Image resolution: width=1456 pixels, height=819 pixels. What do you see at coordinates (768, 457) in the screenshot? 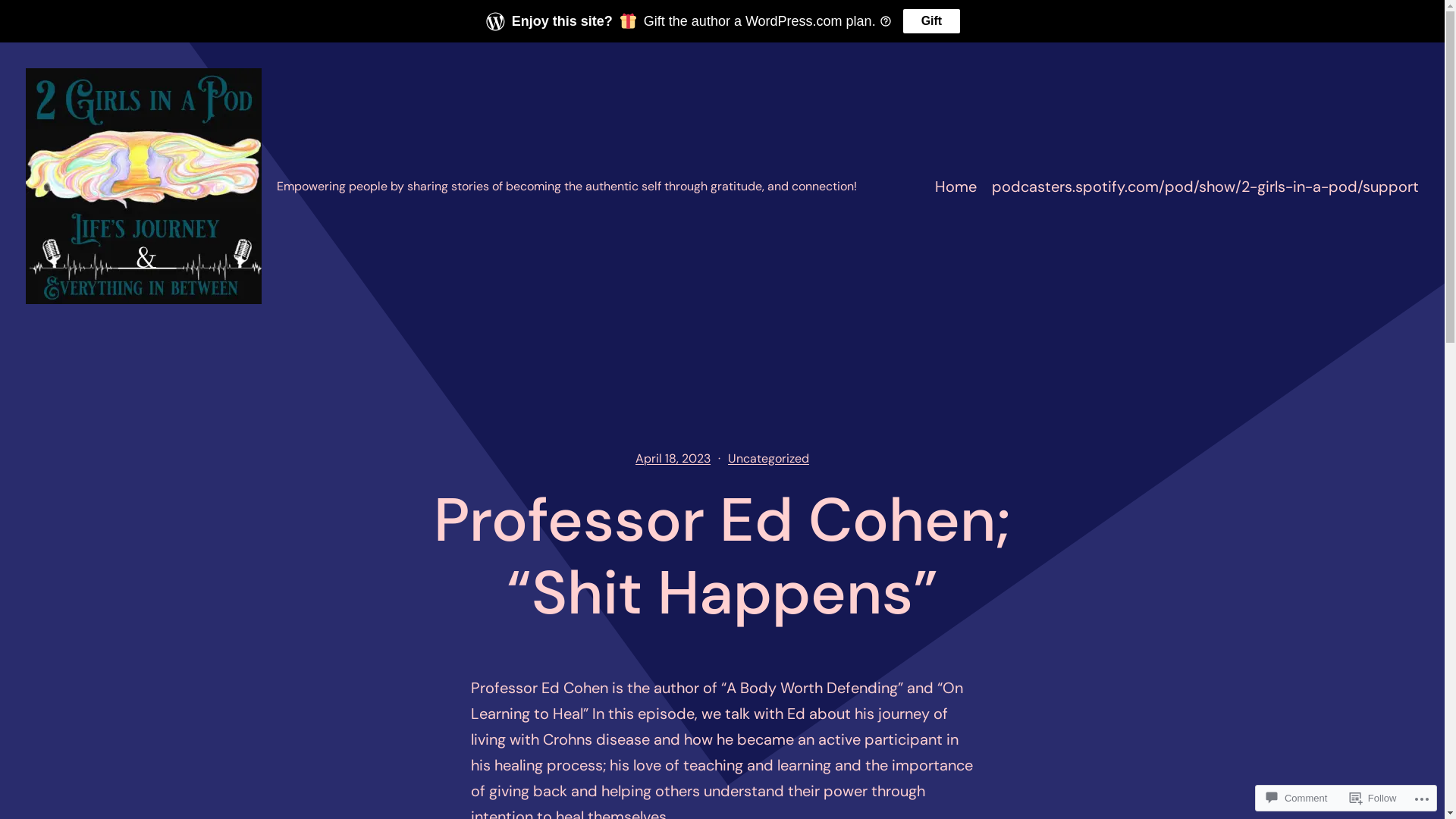
I see `'Uncategorized'` at bounding box center [768, 457].